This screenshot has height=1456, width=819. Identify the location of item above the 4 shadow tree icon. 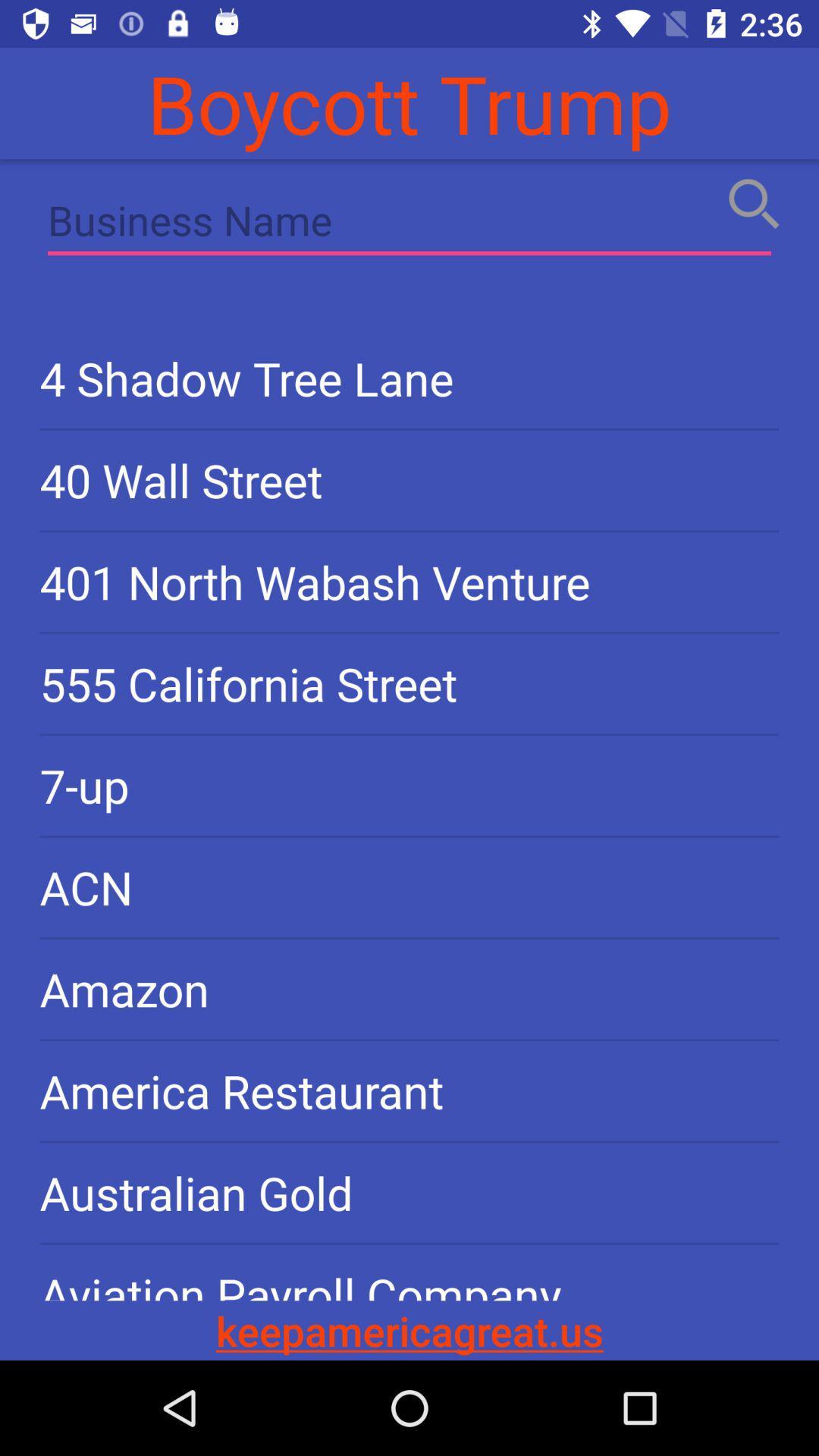
(409, 223).